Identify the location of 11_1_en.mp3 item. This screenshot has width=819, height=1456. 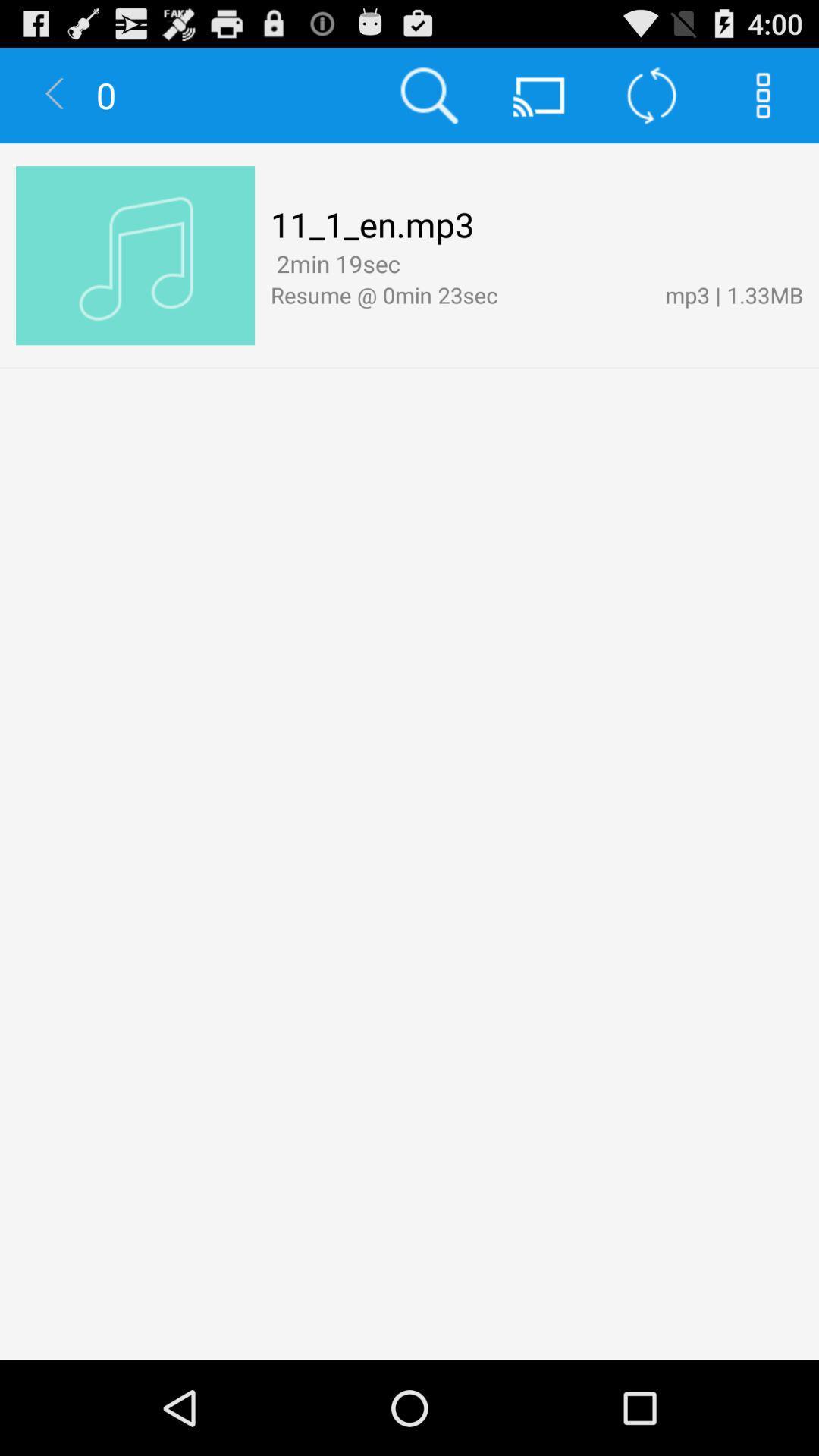
(372, 223).